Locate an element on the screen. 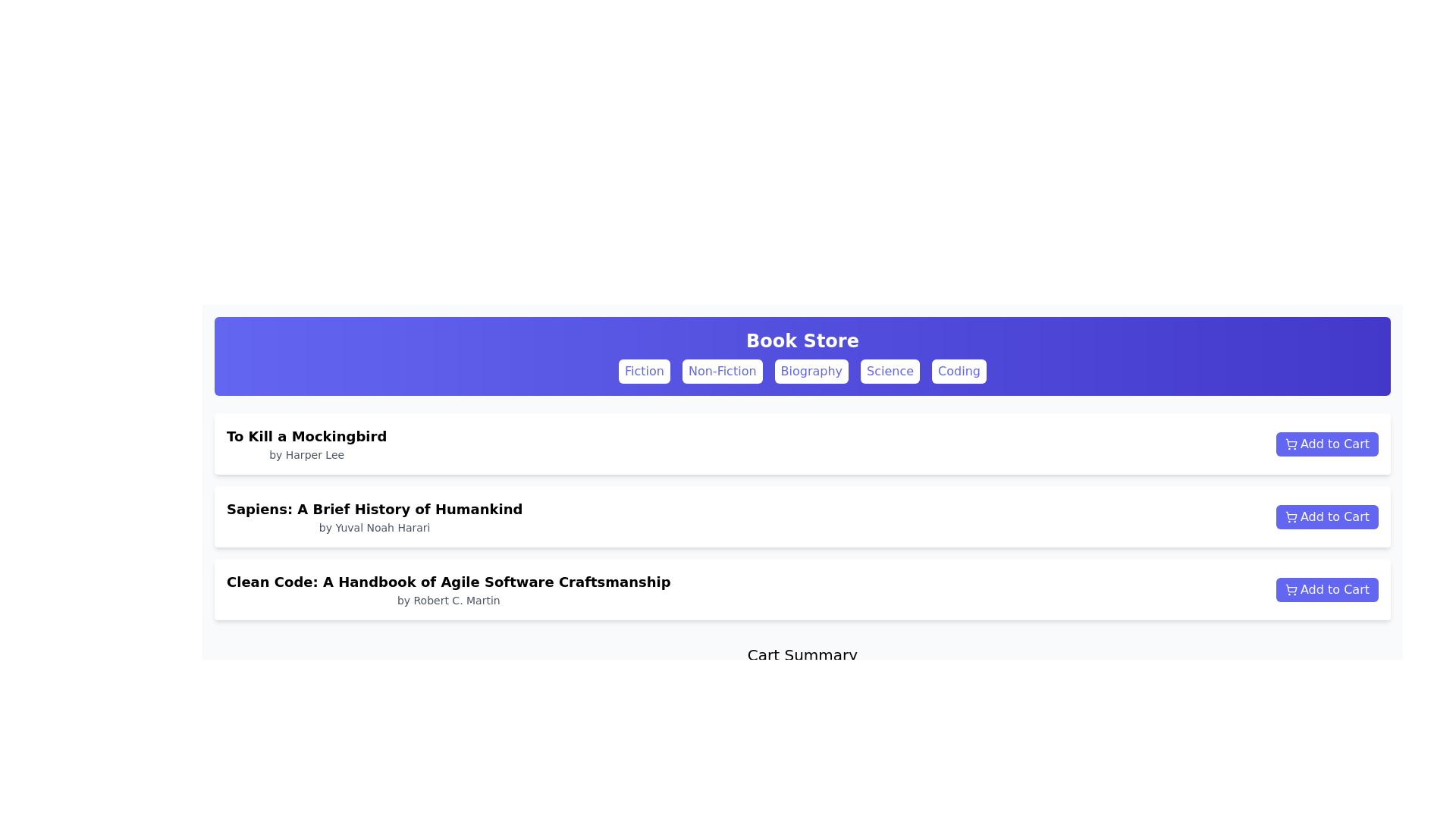 The width and height of the screenshot is (1456, 819). the graphical icon resembling a shopping cart, which is part of the 'Add to Cart' functionality located adjacent to the first book item in the list is located at coordinates (1290, 442).